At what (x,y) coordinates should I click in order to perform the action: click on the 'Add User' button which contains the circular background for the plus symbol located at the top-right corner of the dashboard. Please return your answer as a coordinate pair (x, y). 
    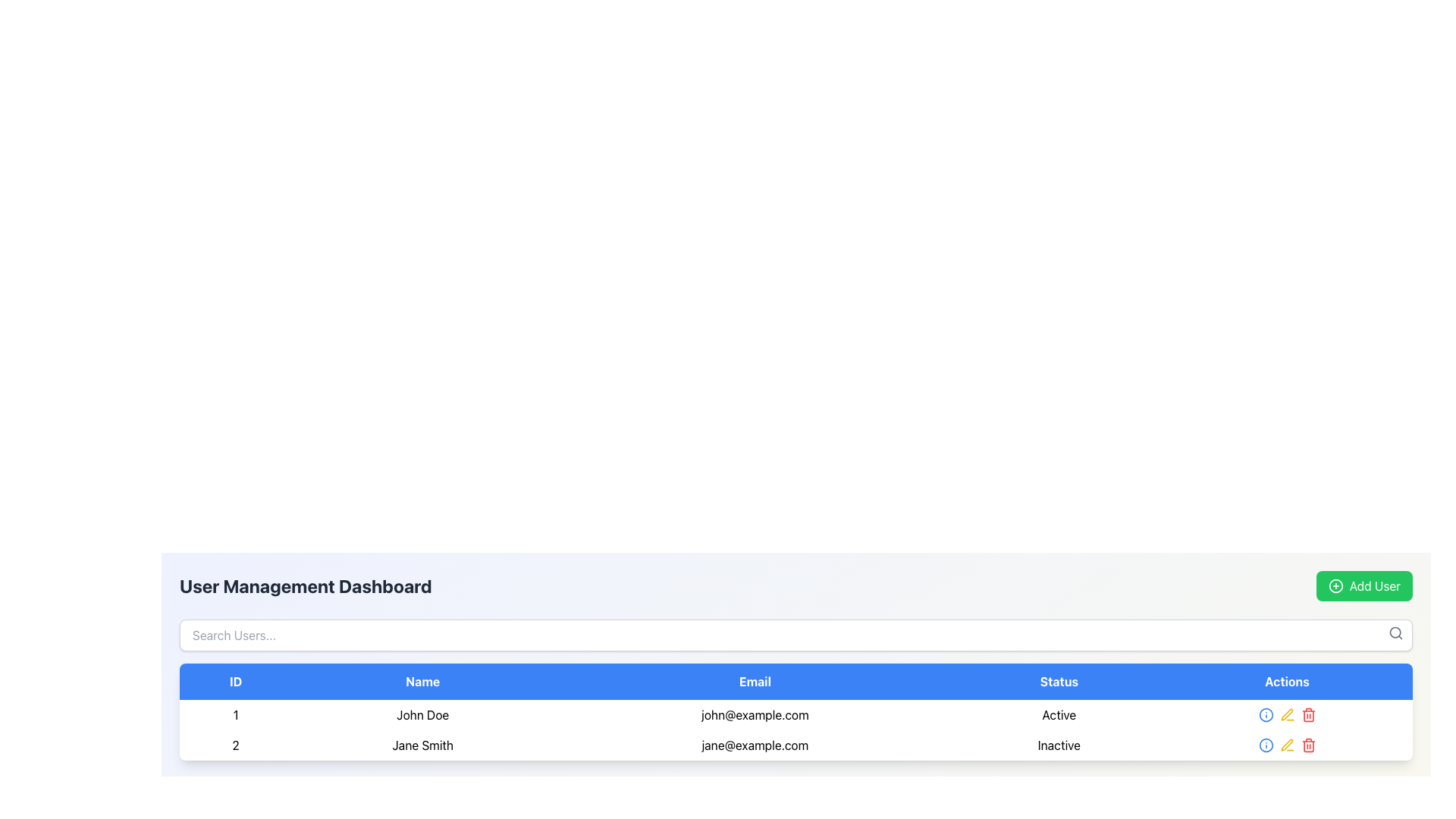
    Looking at the image, I should click on (1335, 585).